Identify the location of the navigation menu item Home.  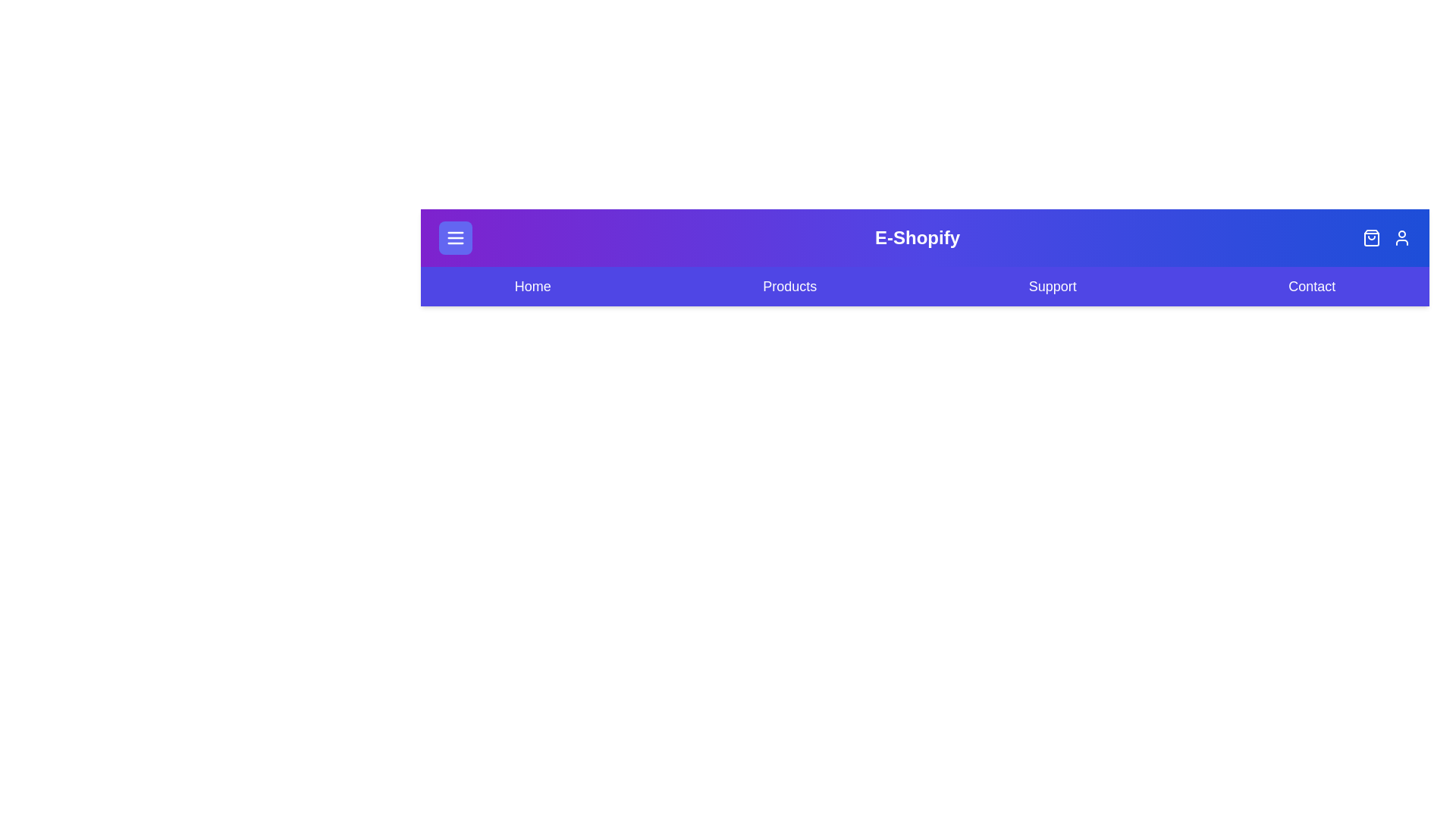
(532, 287).